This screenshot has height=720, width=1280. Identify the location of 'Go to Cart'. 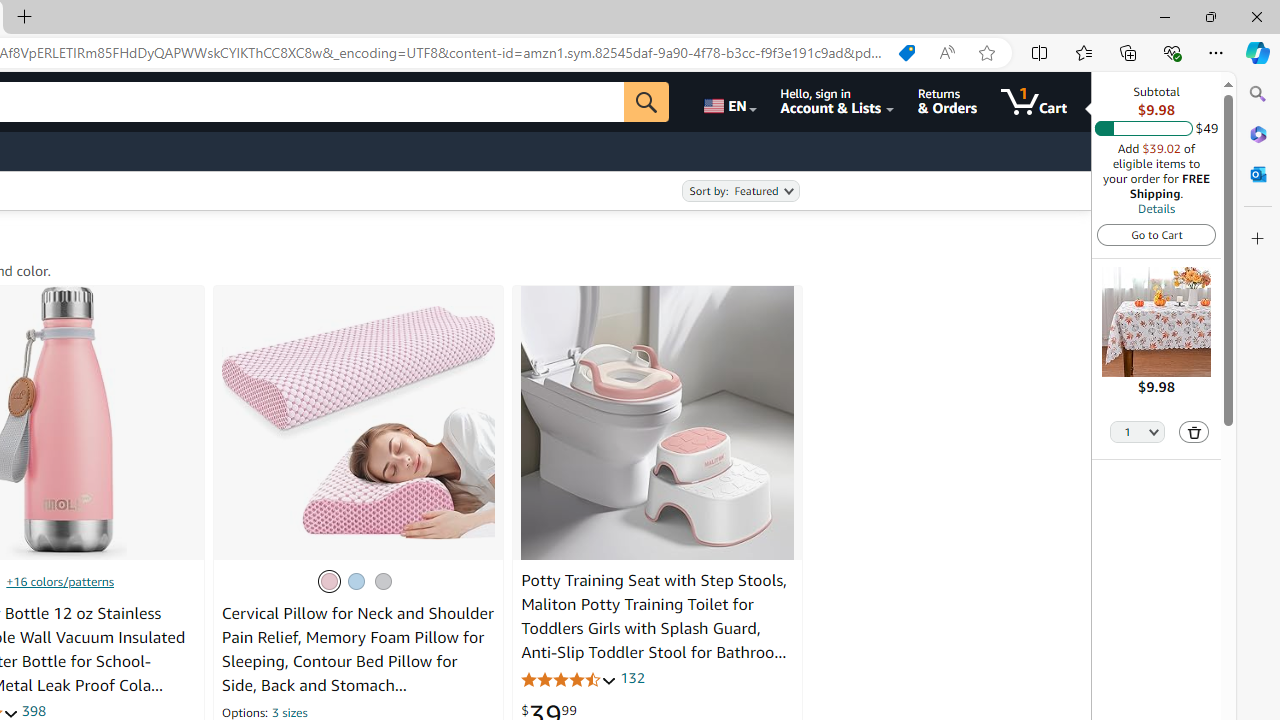
(1156, 233).